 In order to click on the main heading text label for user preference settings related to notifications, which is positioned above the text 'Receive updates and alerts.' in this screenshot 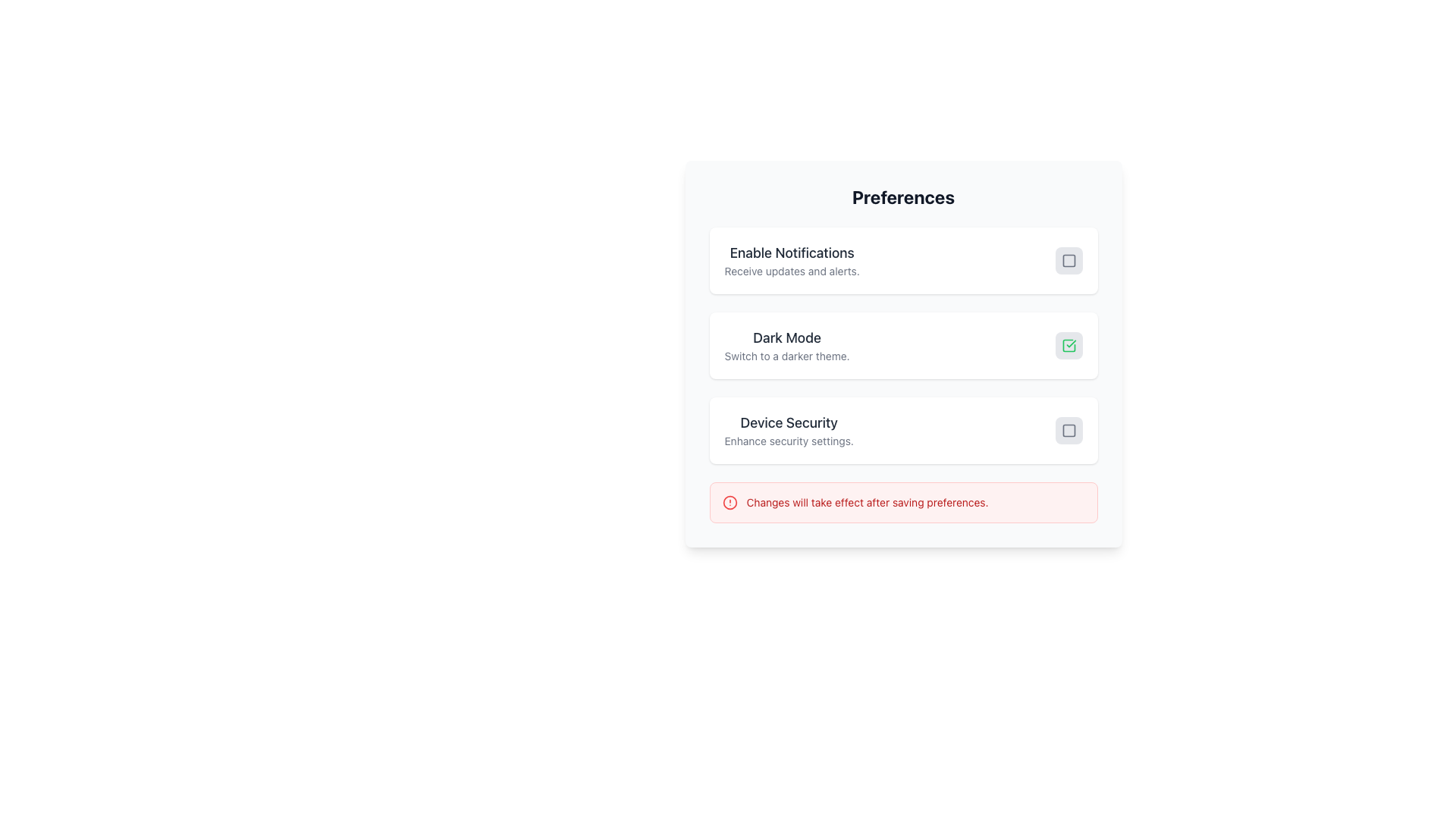, I will do `click(791, 253)`.